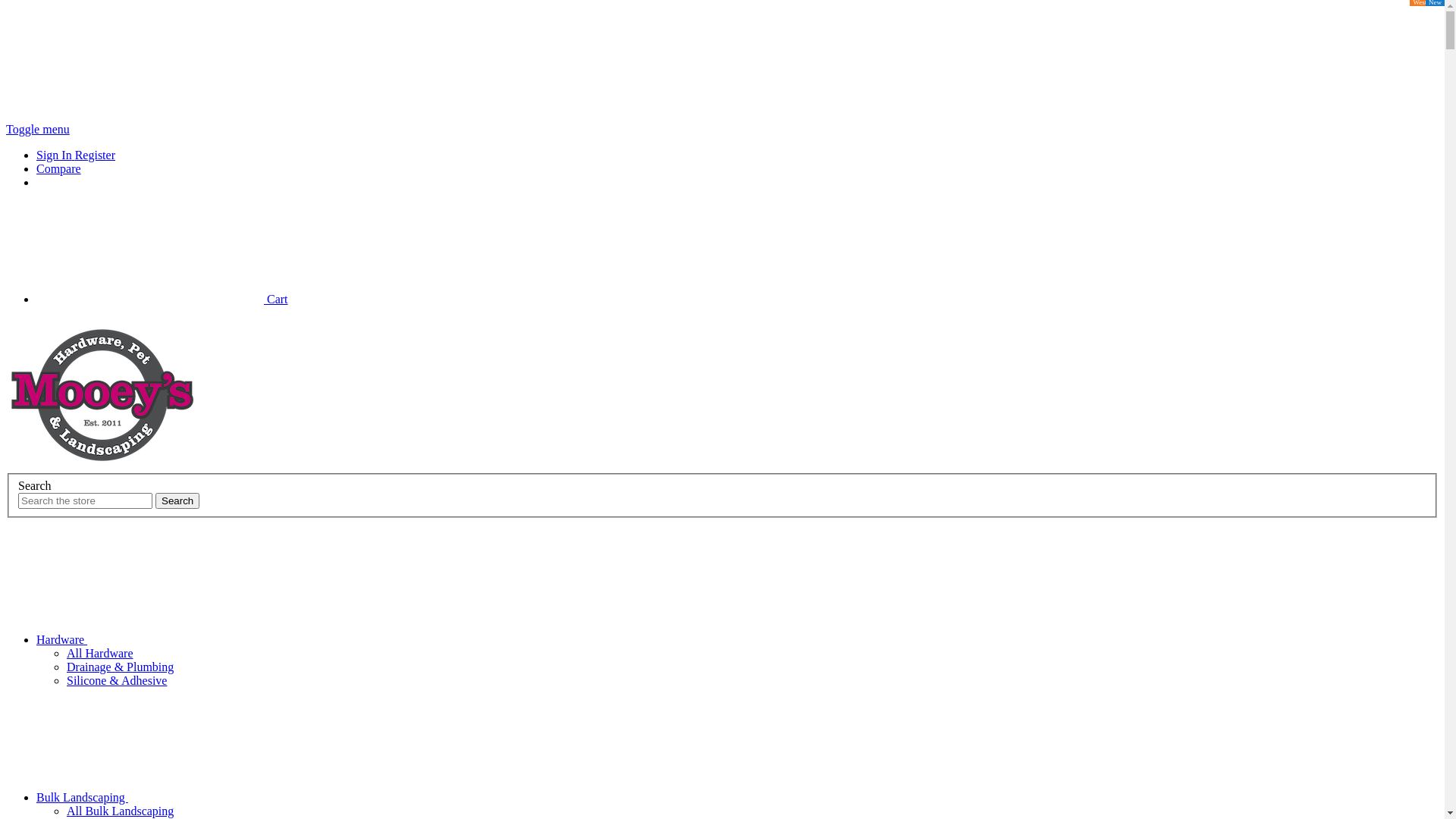 The height and width of the screenshot is (819, 1456). Describe the element at coordinates (36, 796) in the screenshot. I see `'Bulk Landscaping'` at that location.